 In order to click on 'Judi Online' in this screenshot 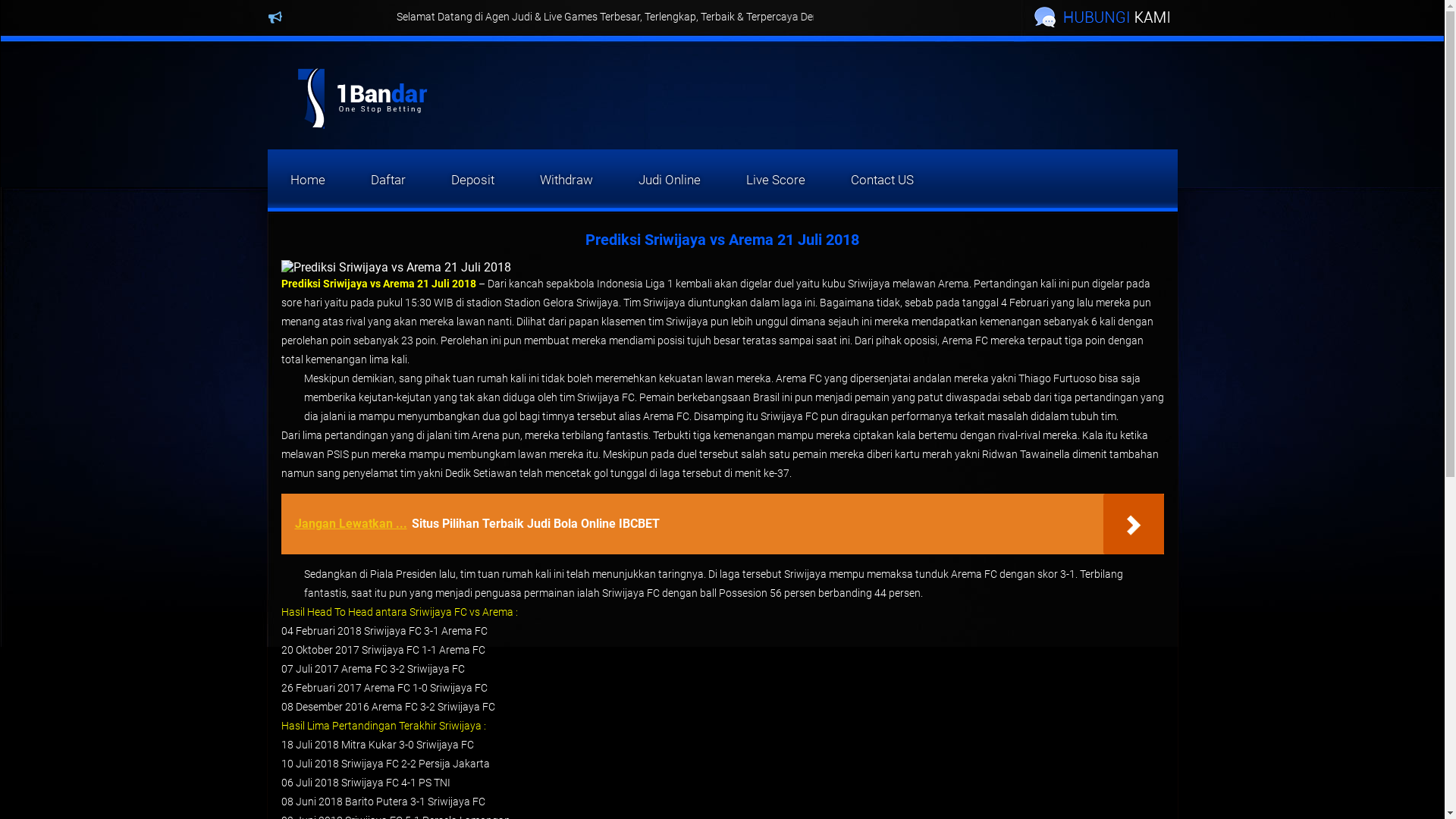, I will do `click(669, 178)`.